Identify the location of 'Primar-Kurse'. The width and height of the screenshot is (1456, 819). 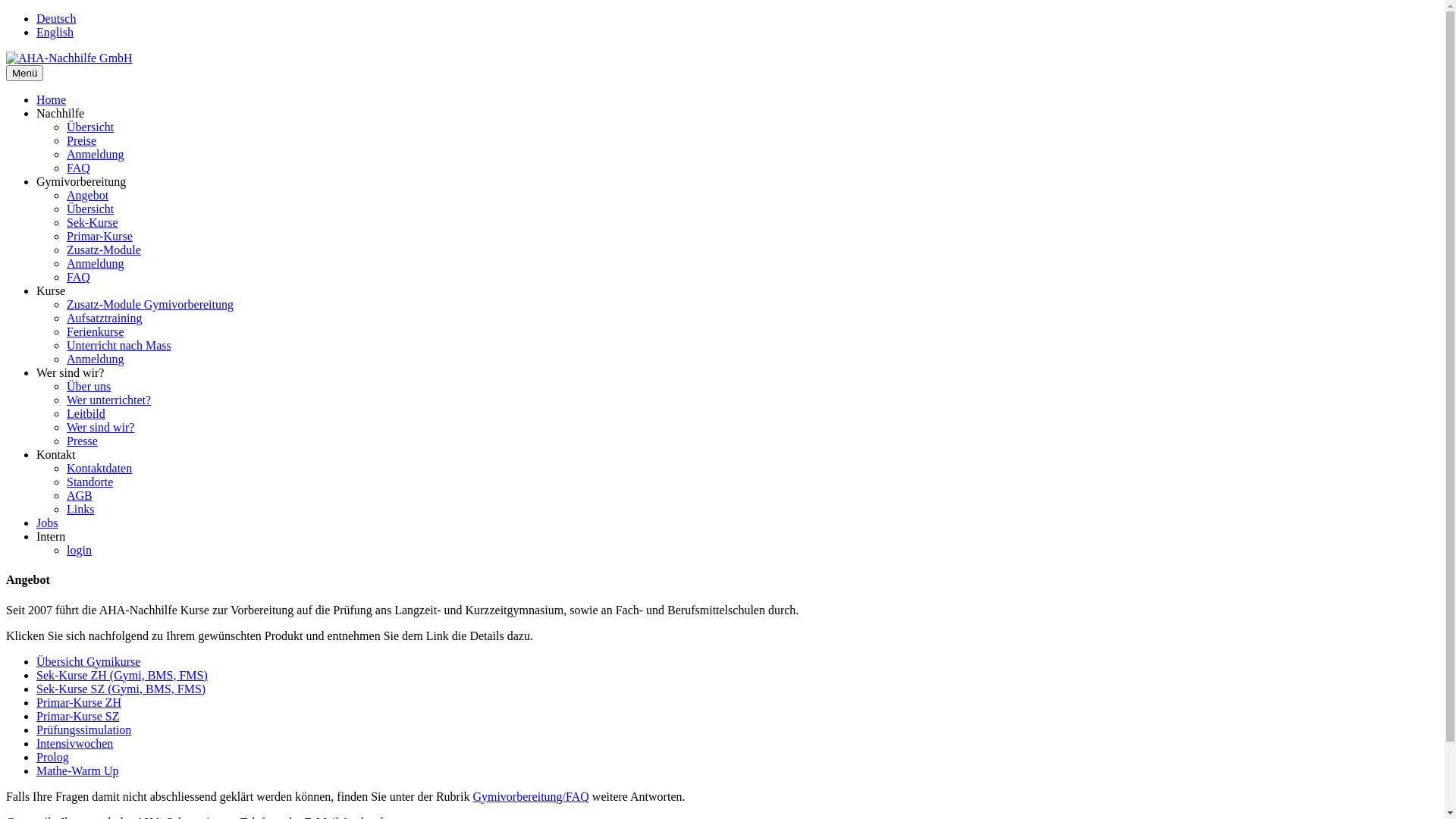
(65, 236).